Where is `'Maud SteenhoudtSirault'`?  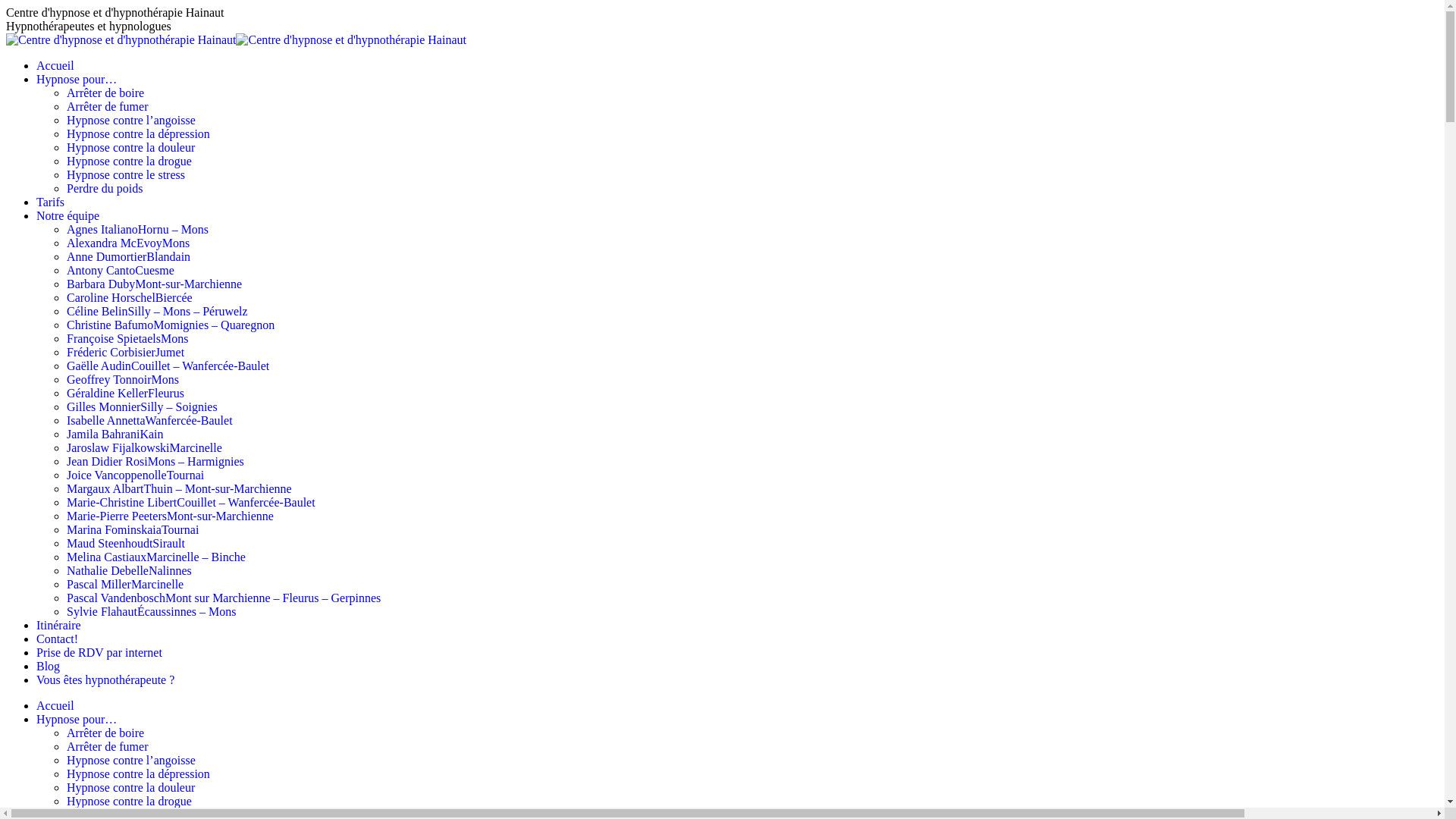 'Maud SteenhoudtSirault' is located at coordinates (126, 542).